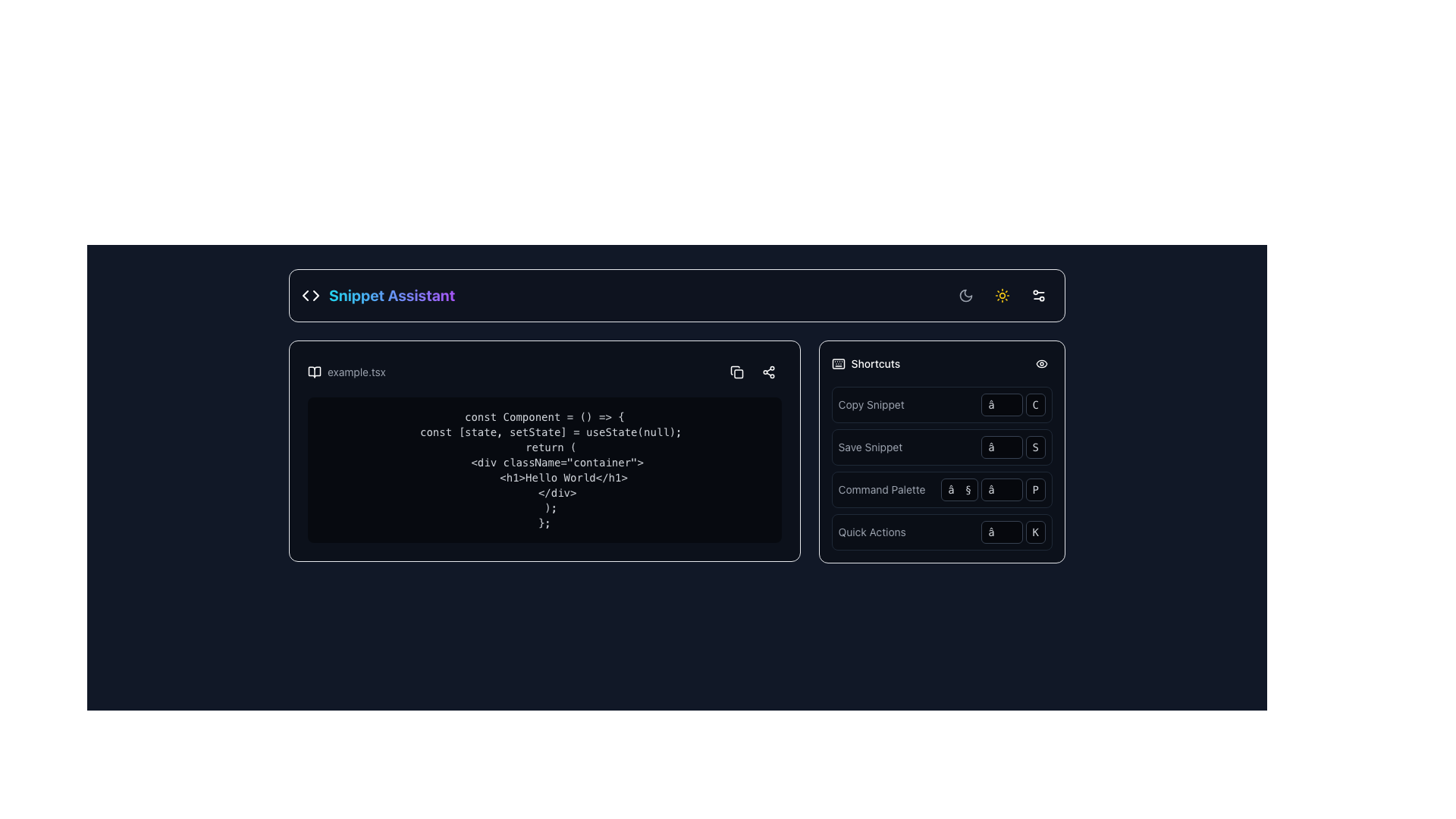 The width and height of the screenshot is (1456, 819). I want to click on the second button from the left in the top-right corner of the interface, so click(1002, 295).